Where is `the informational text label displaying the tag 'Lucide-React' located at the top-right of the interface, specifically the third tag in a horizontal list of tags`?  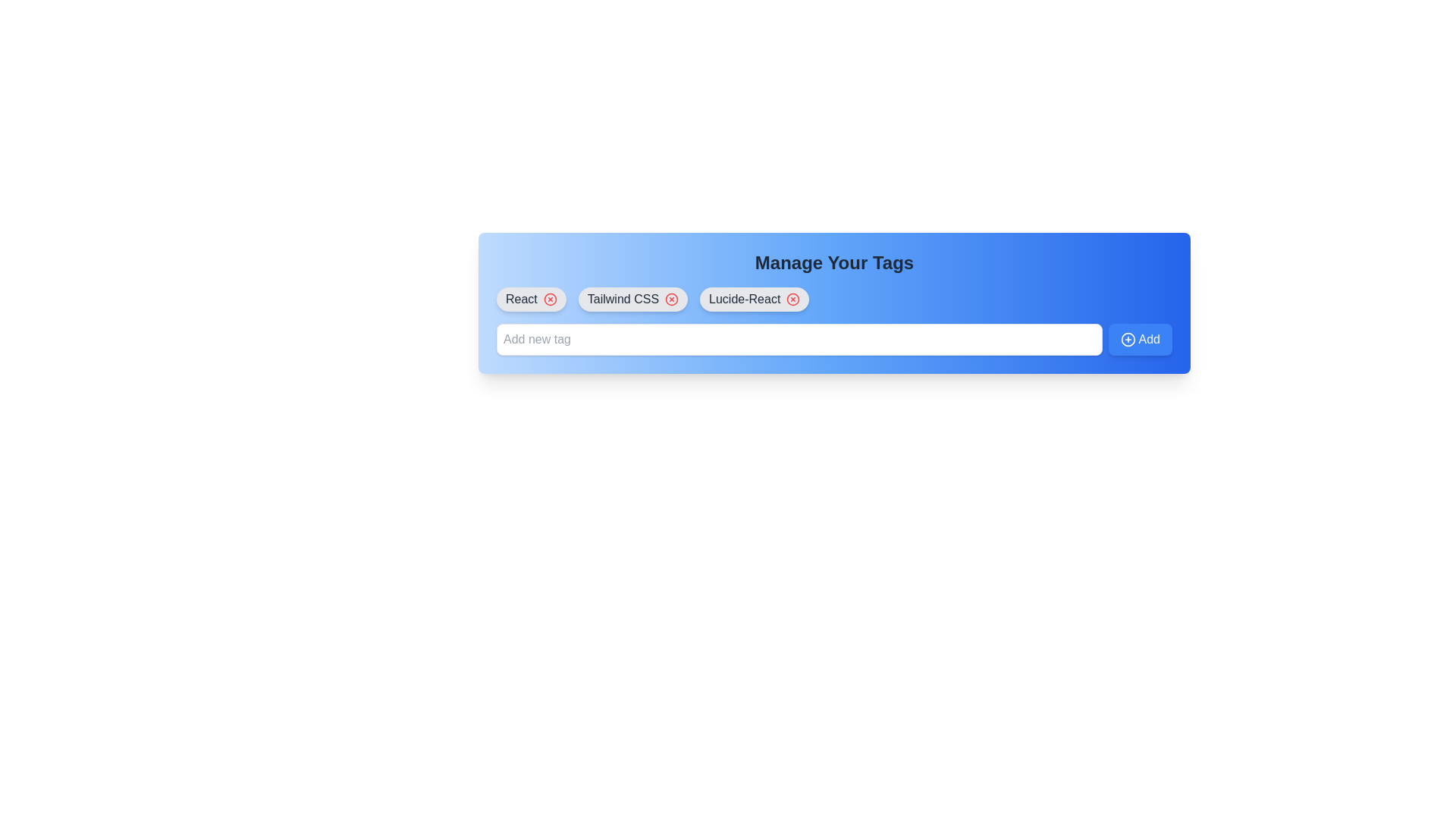
the informational text label displaying the tag 'Lucide-React' located at the top-right of the interface, specifically the third tag in a horizontal list of tags is located at coordinates (745, 299).